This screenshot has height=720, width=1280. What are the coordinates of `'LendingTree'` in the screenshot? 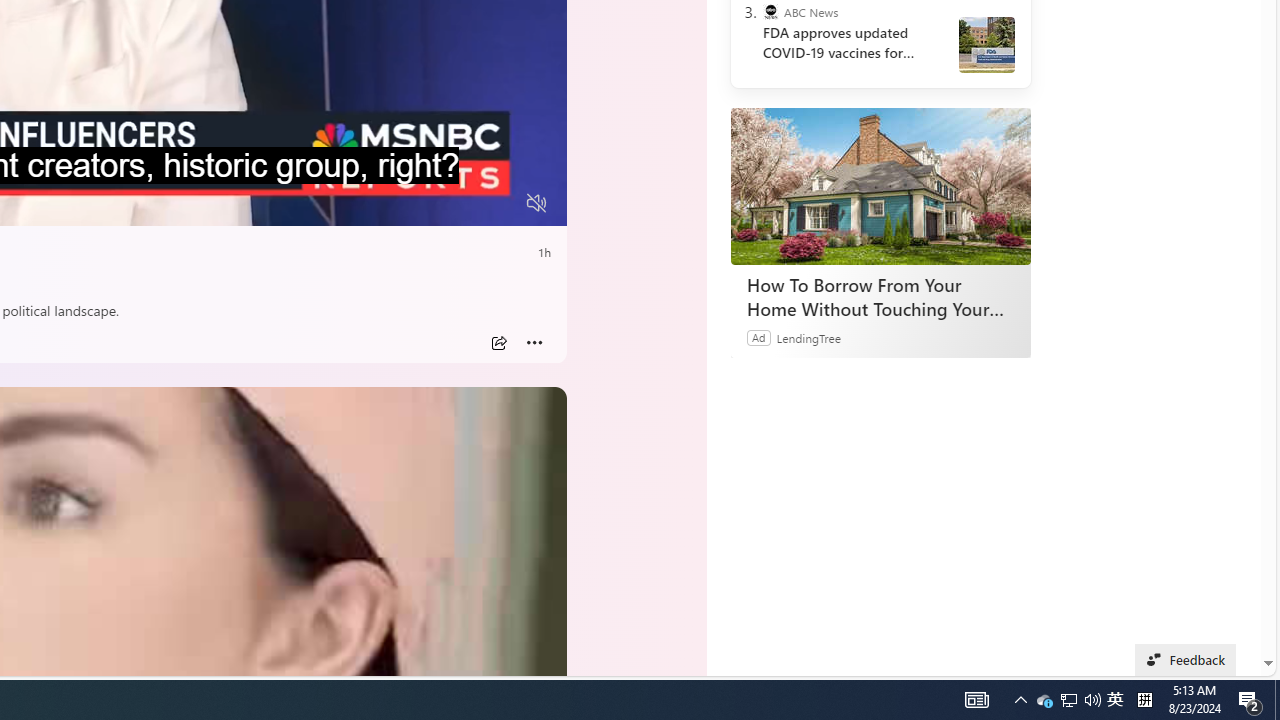 It's located at (808, 336).